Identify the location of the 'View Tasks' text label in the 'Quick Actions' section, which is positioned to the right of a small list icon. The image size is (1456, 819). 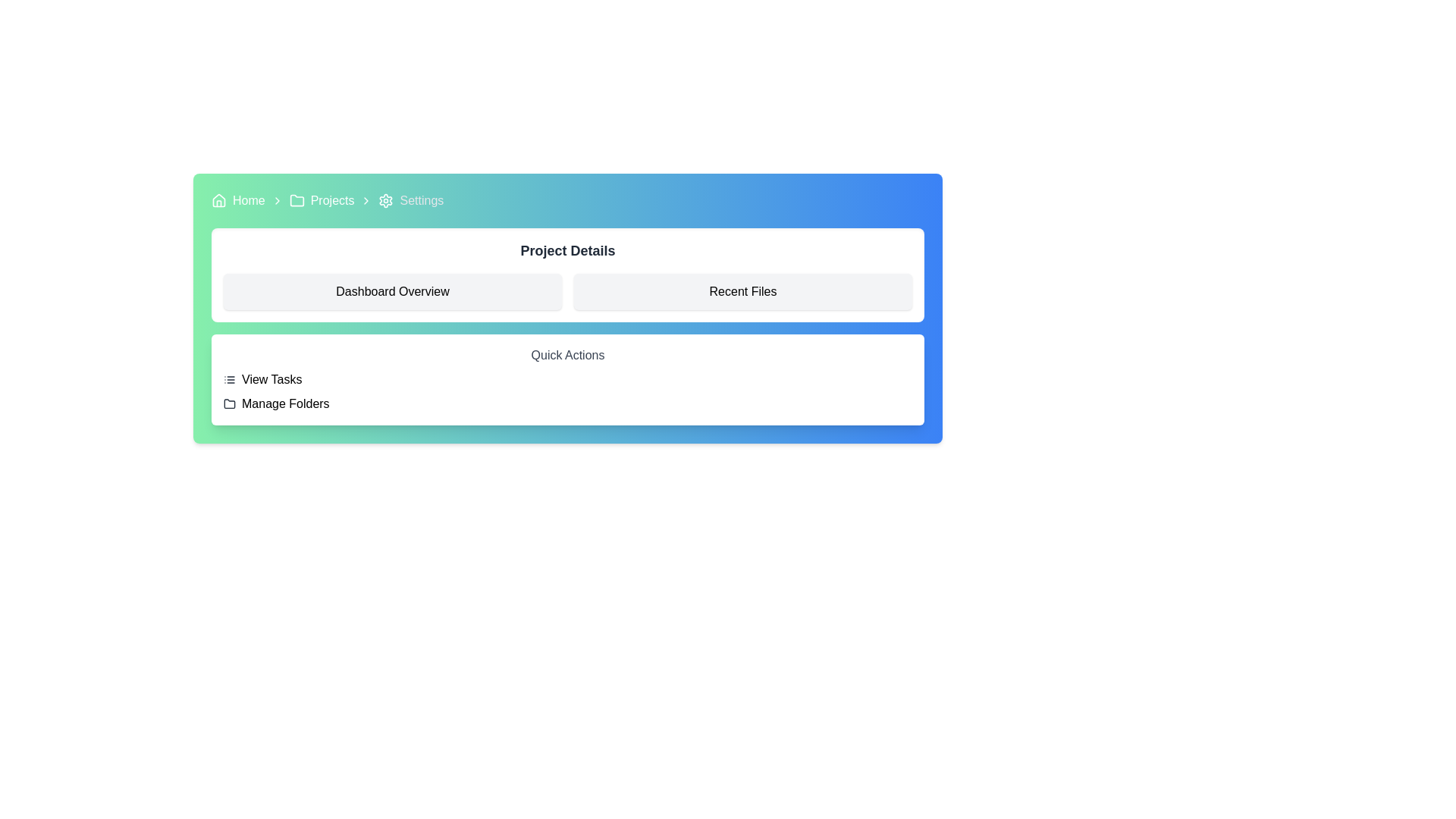
(271, 379).